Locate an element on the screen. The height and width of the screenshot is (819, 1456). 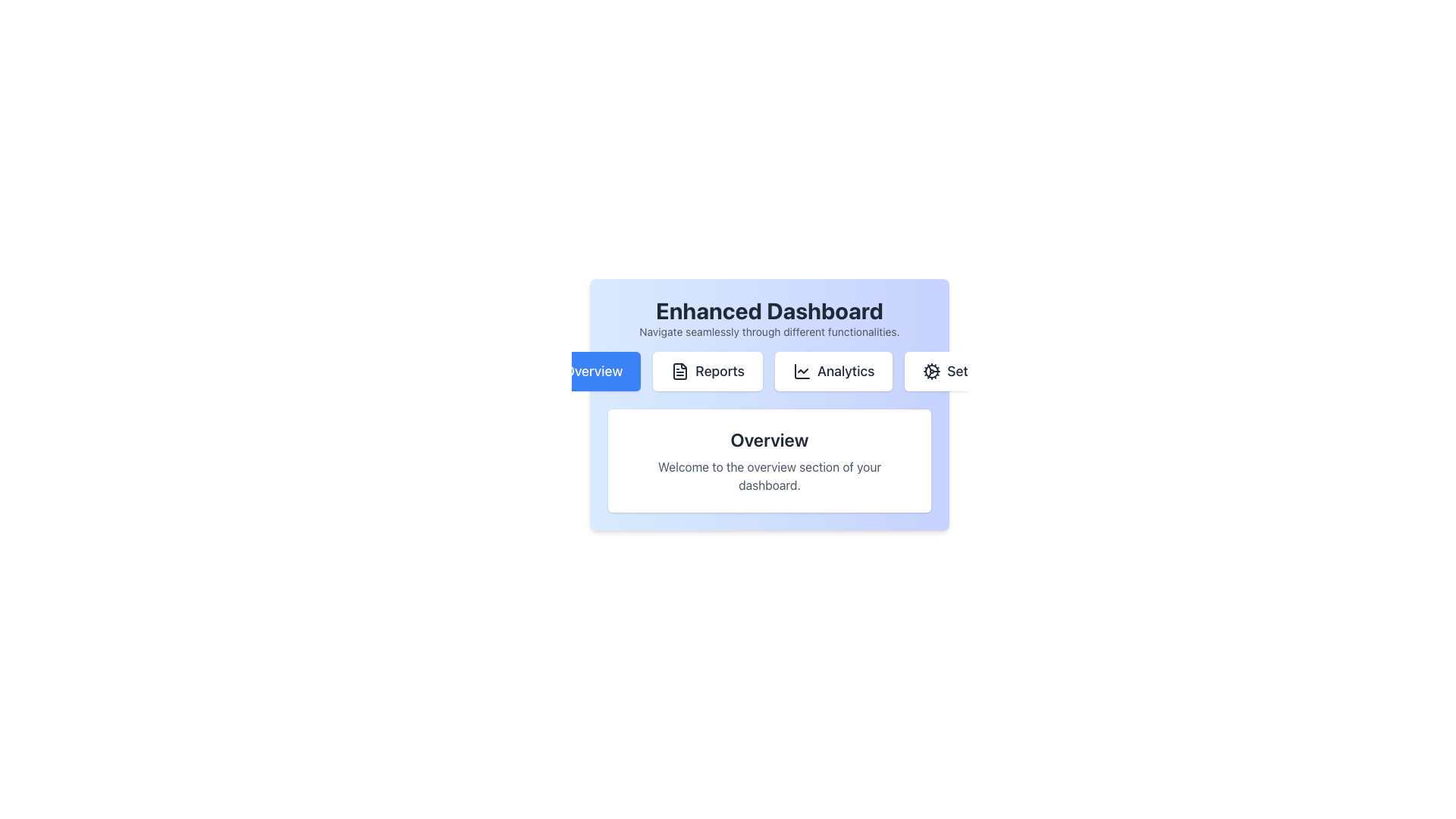
the navigation button labeled 'Reports' located in the horizontal navigation bar, positioned between 'Overview' and 'Analytics' is located at coordinates (769, 371).